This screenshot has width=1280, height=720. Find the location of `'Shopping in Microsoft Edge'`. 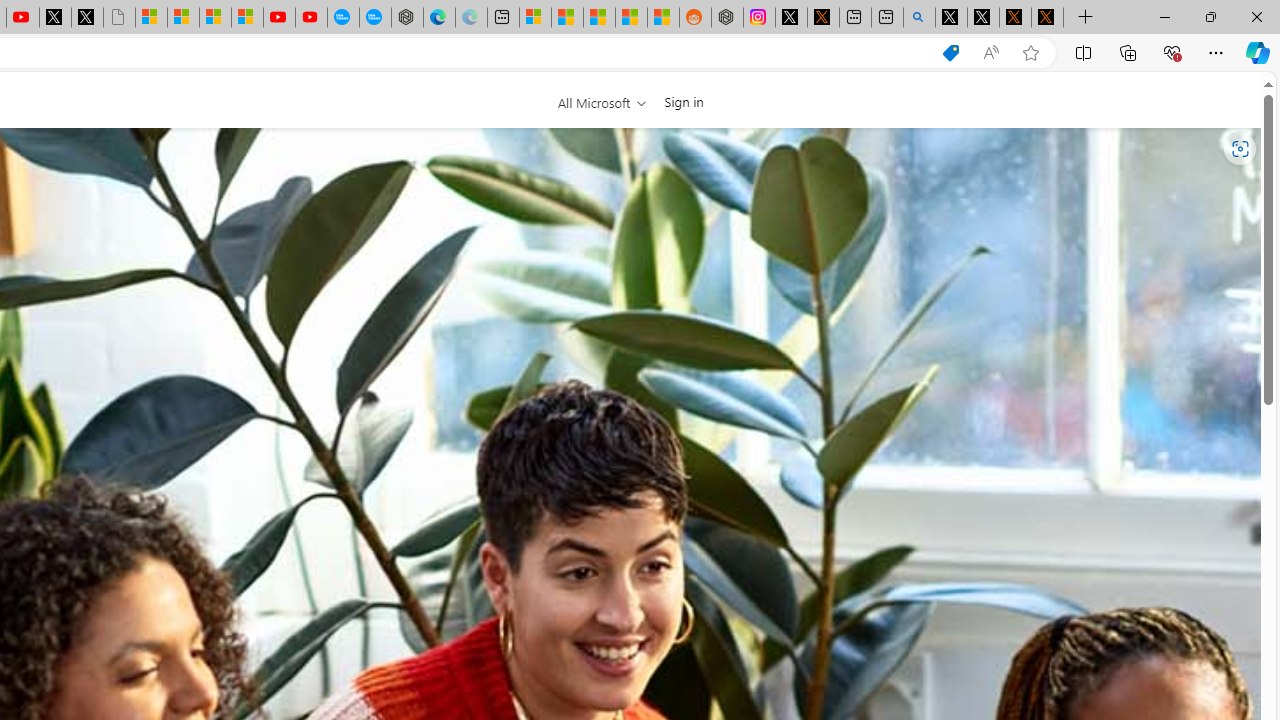

'Shopping in Microsoft Edge' is located at coordinates (950, 52).